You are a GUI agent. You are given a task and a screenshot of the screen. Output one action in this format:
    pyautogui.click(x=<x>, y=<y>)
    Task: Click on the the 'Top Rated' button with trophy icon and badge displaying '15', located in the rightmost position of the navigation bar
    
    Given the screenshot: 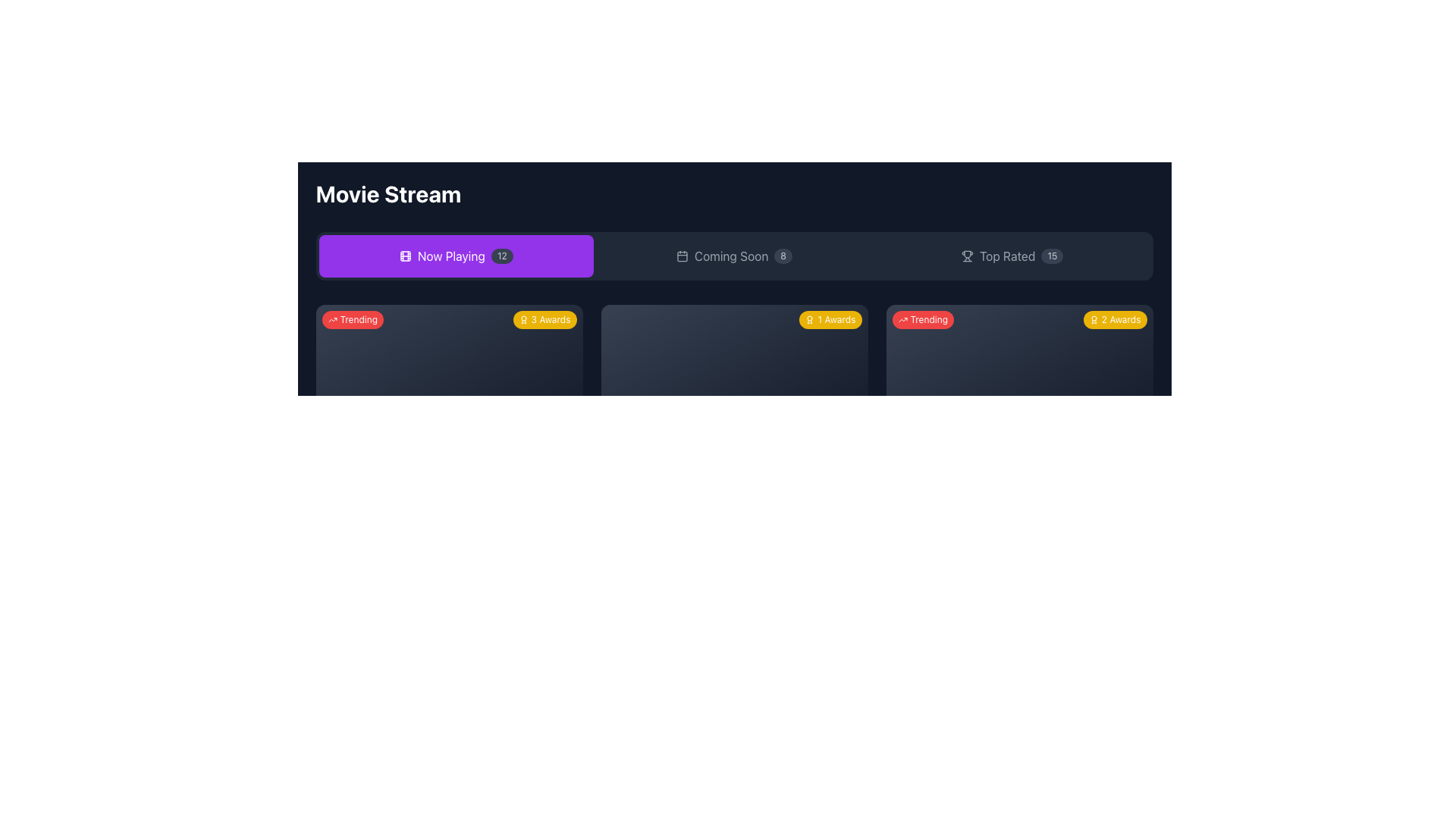 What is the action you would take?
    pyautogui.click(x=1012, y=256)
    